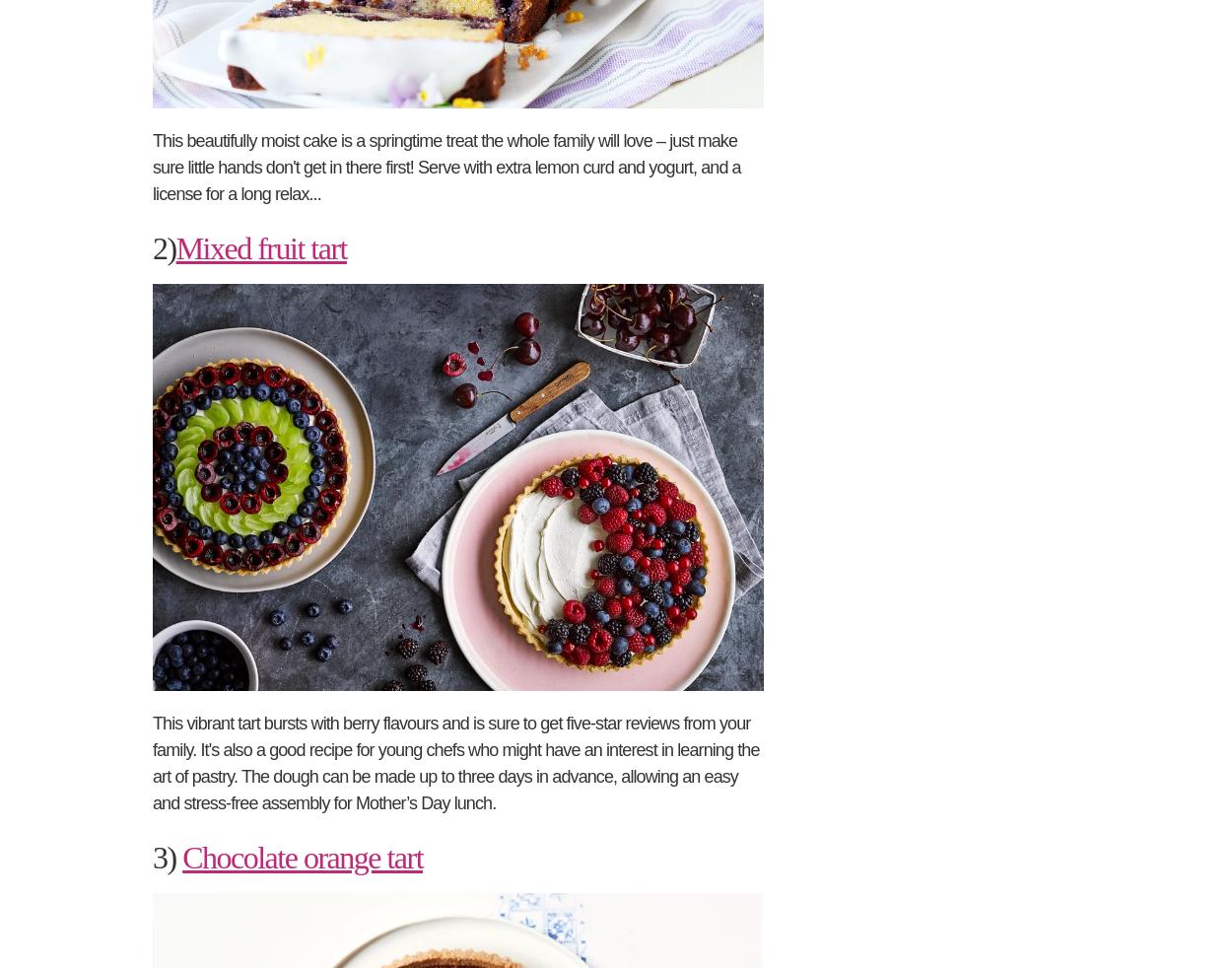 The width and height of the screenshot is (1232, 968). I want to click on 'Sweet treats', so click(916, 345).